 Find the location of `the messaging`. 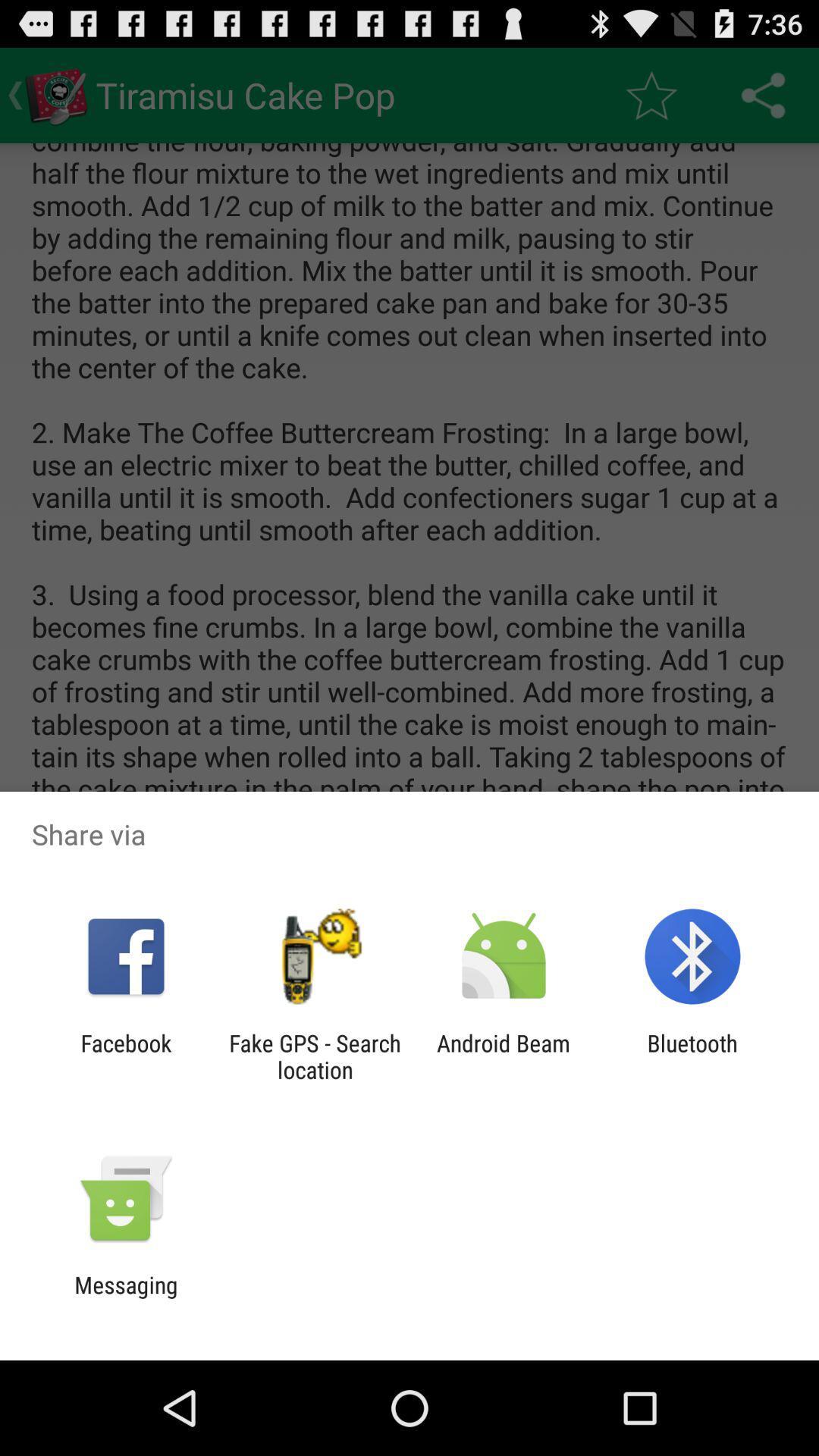

the messaging is located at coordinates (125, 1298).